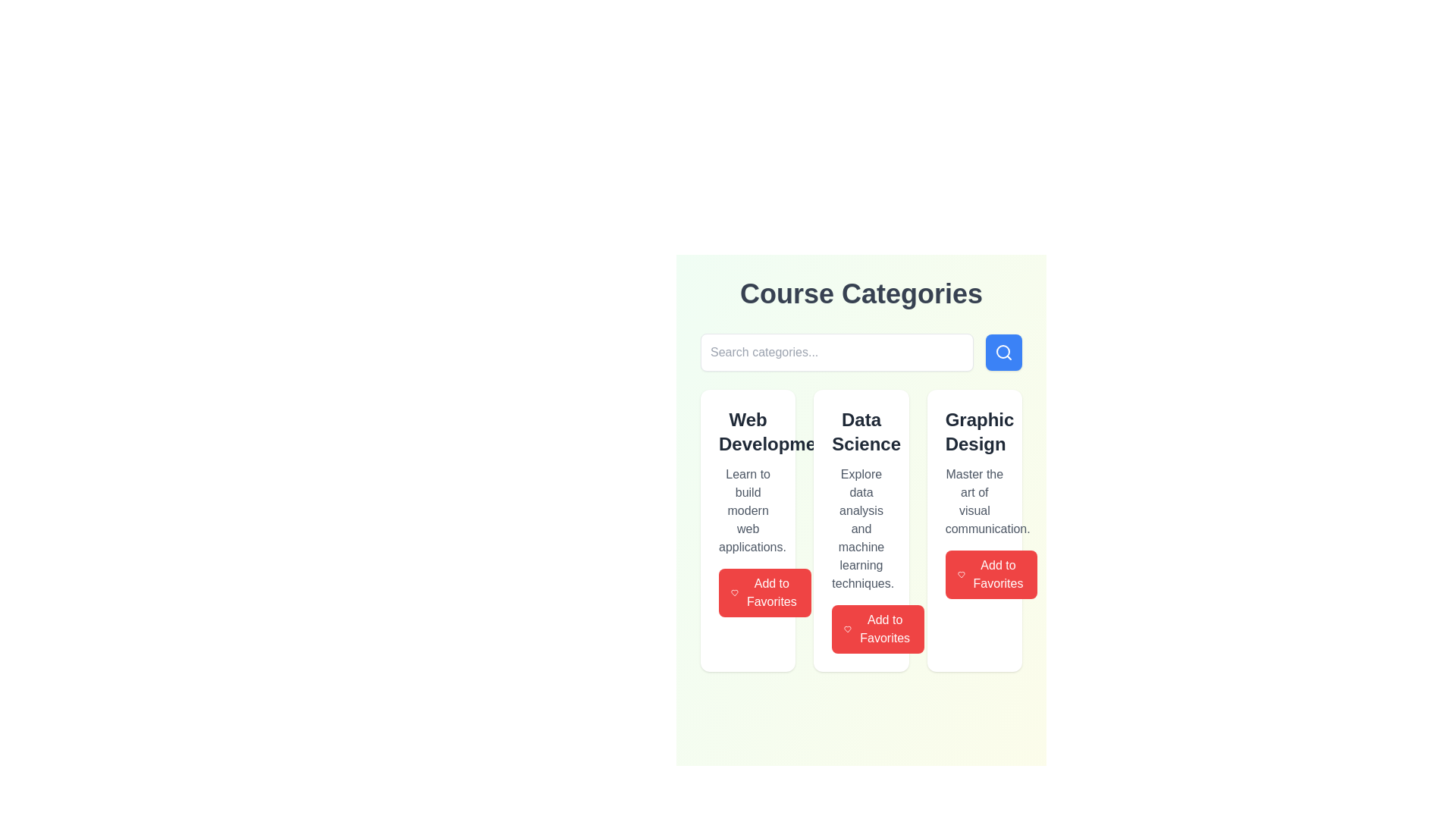  Describe the element at coordinates (878, 629) in the screenshot. I see `the 'Add to Favorites' button with a red background and white text, located in the bottom section of the 'Data Science' card for accessibility navigation` at that location.